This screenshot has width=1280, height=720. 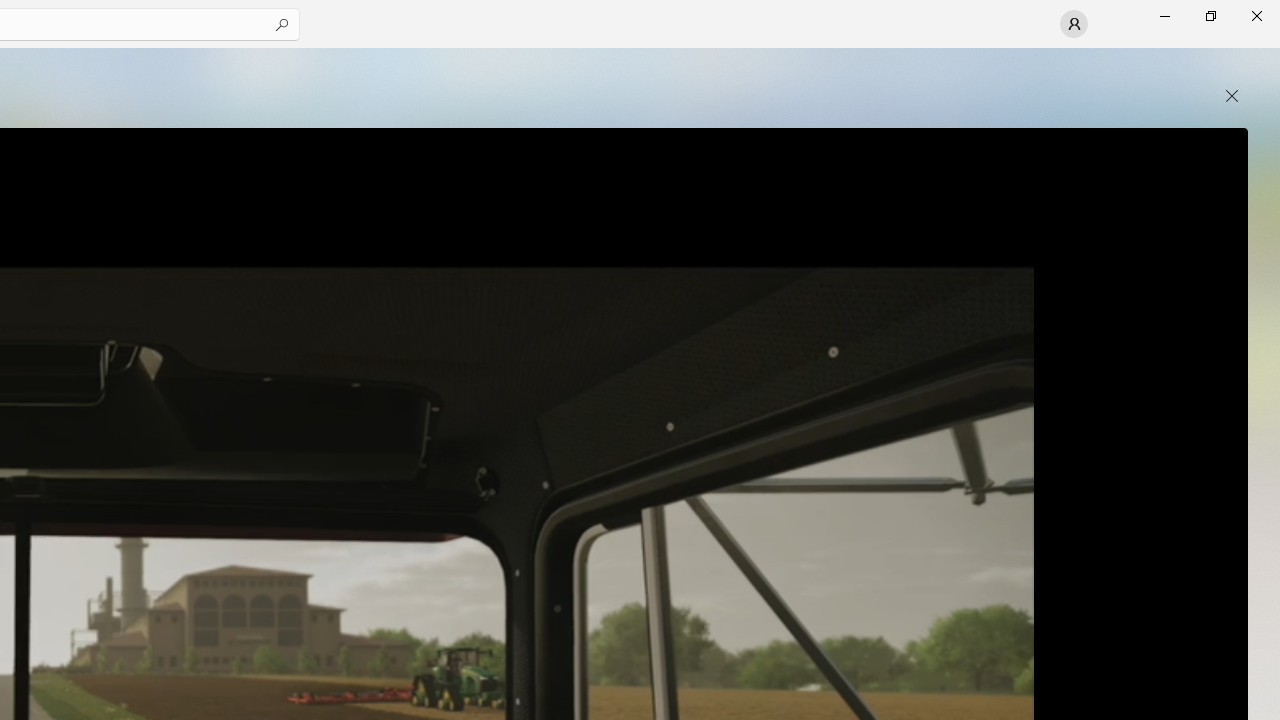 What do you see at coordinates (1164, 15) in the screenshot?
I see `'Minimize Microsoft Store'` at bounding box center [1164, 15].